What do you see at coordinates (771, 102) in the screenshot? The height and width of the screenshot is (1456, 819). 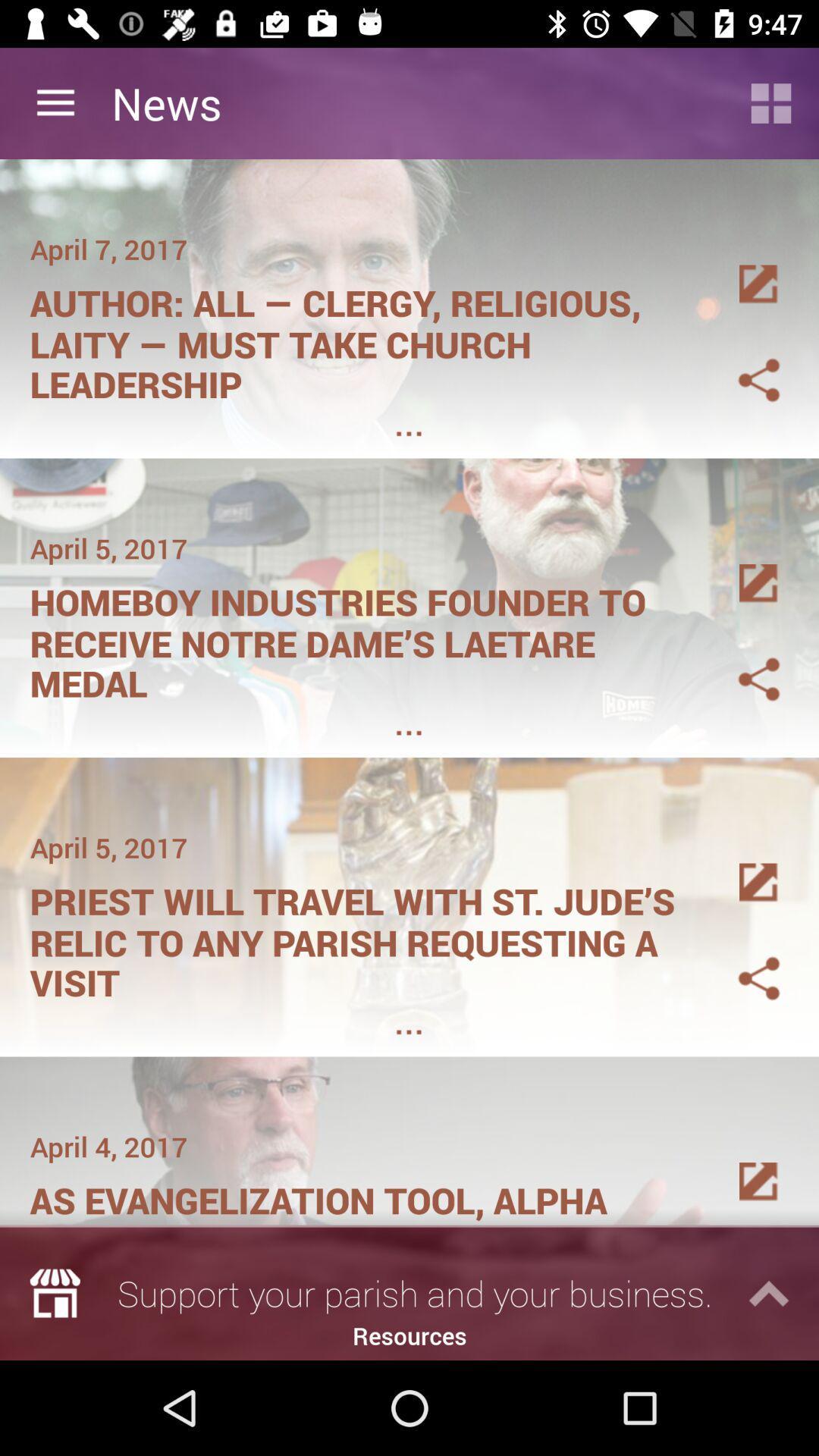 I see `the icon to the right of news item` at bounding box center [771, 102].